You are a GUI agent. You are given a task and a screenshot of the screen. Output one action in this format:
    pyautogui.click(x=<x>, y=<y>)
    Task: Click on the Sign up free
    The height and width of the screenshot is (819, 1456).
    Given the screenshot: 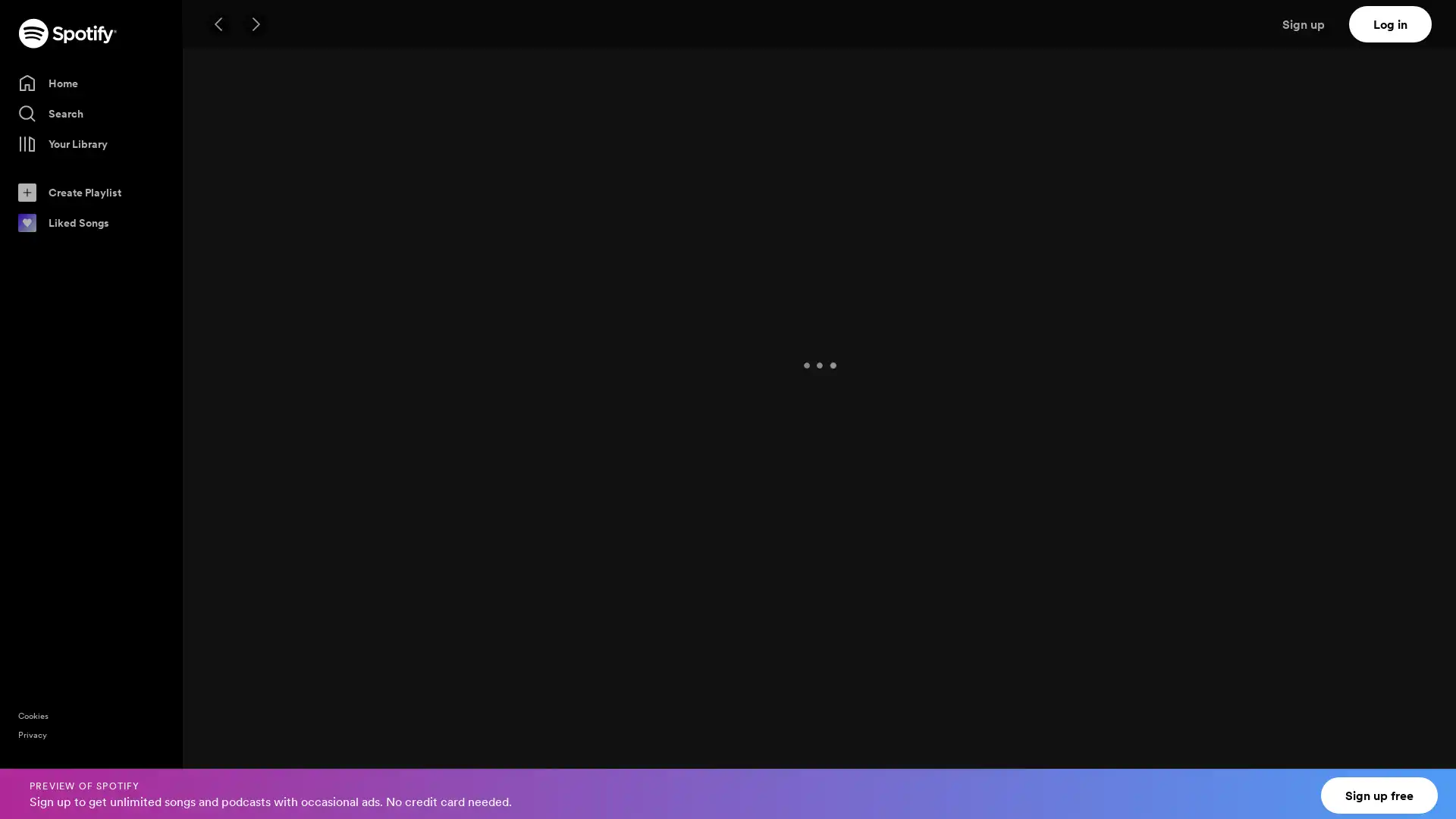 What is the action you would take?
    pyautogui.click(x=1379, y=795)
    